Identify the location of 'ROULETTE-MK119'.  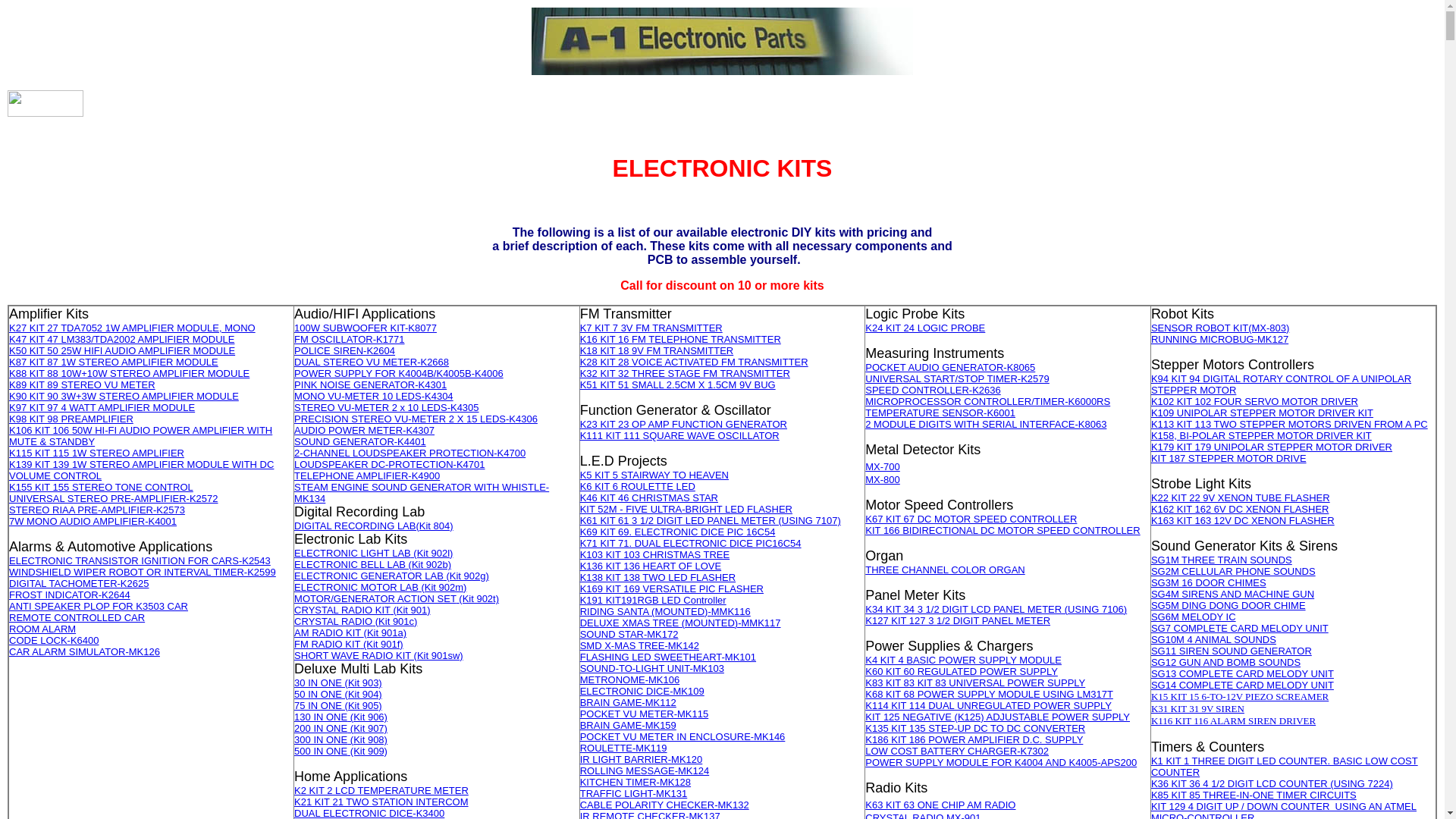
(623, 747).